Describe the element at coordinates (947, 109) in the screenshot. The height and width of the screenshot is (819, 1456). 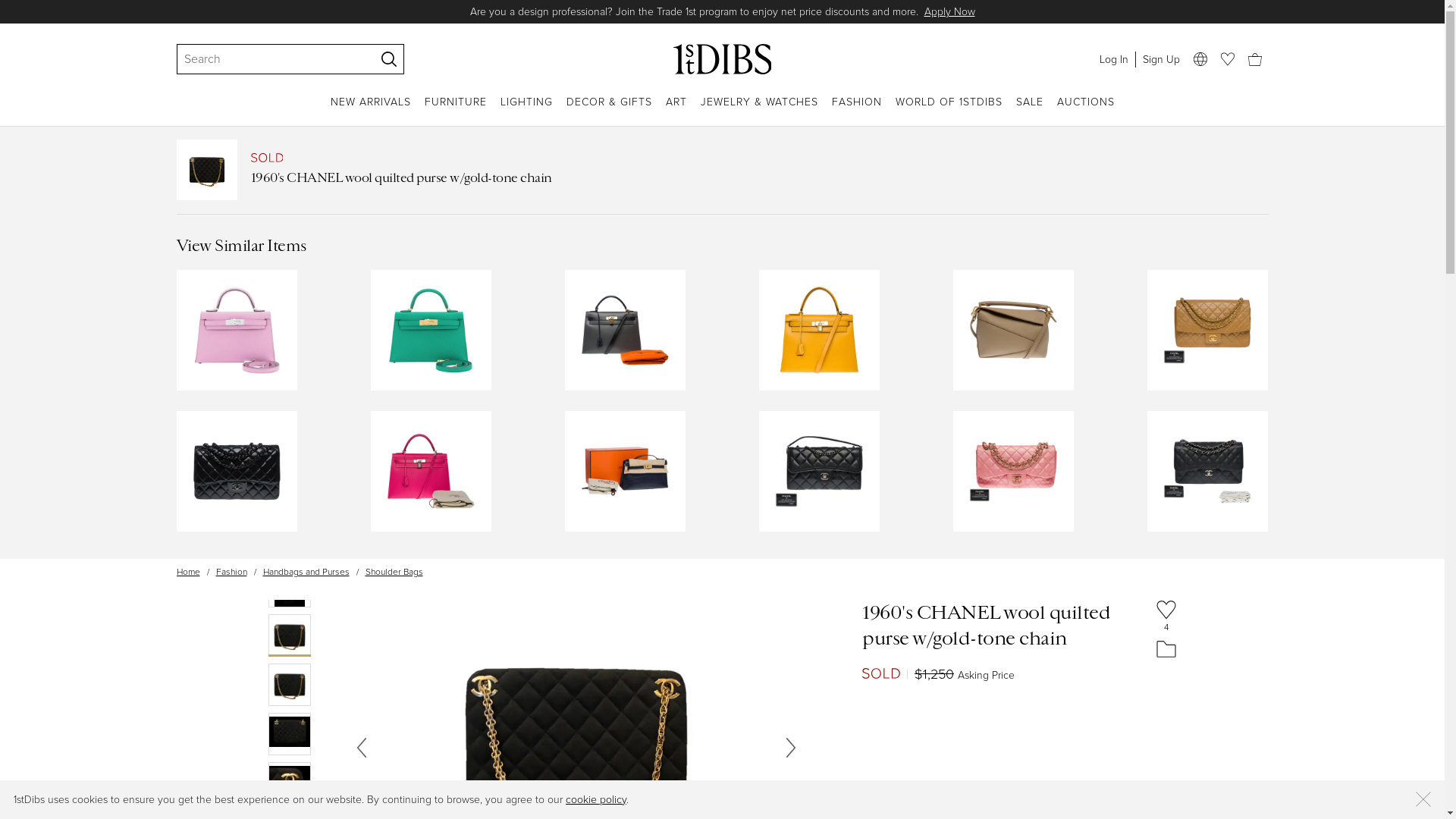
I see `'WORLD OF 1STDIBS'` at that location.